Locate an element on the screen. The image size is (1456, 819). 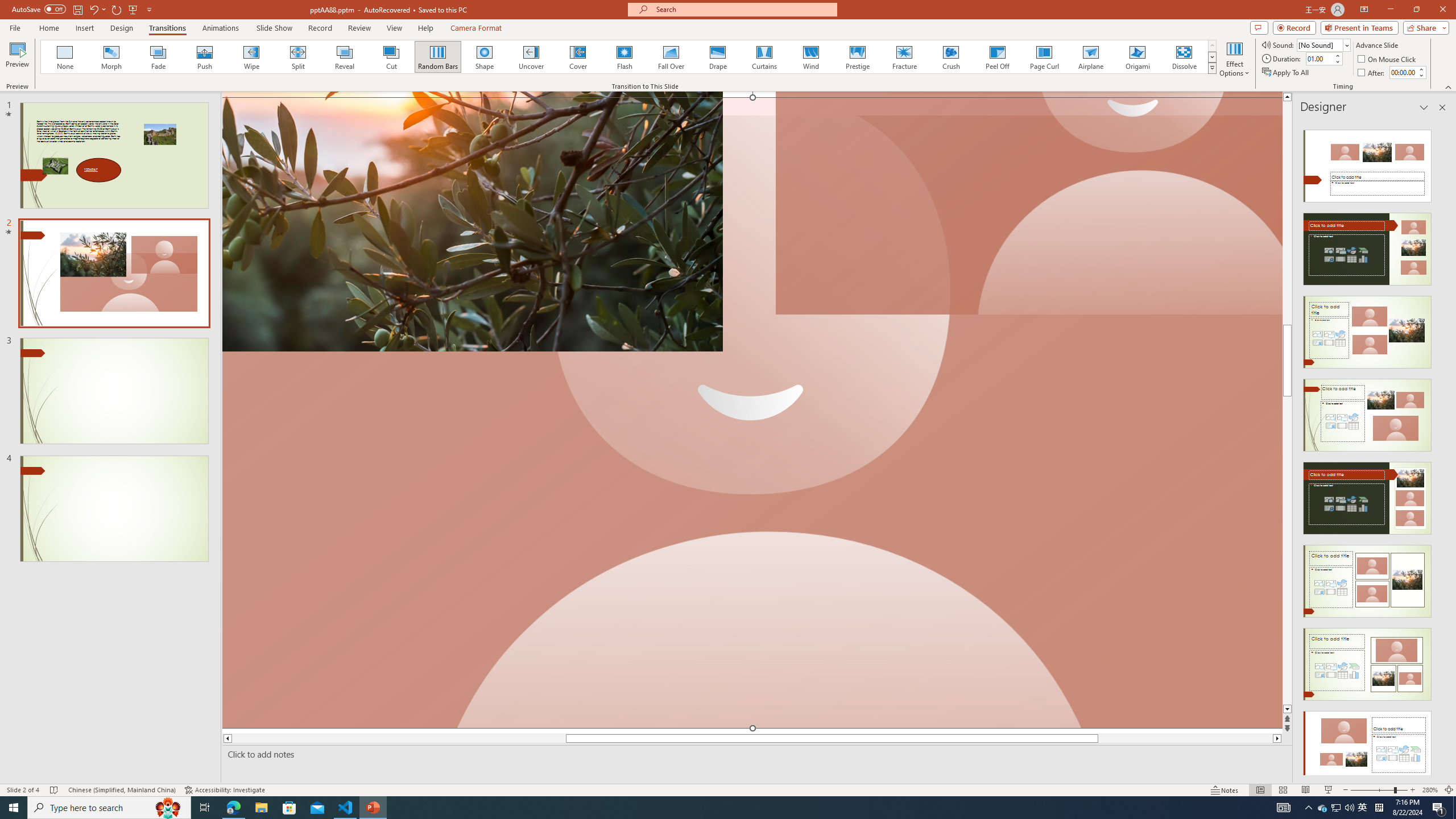
'Morph' is located at coordinates (111, 56).